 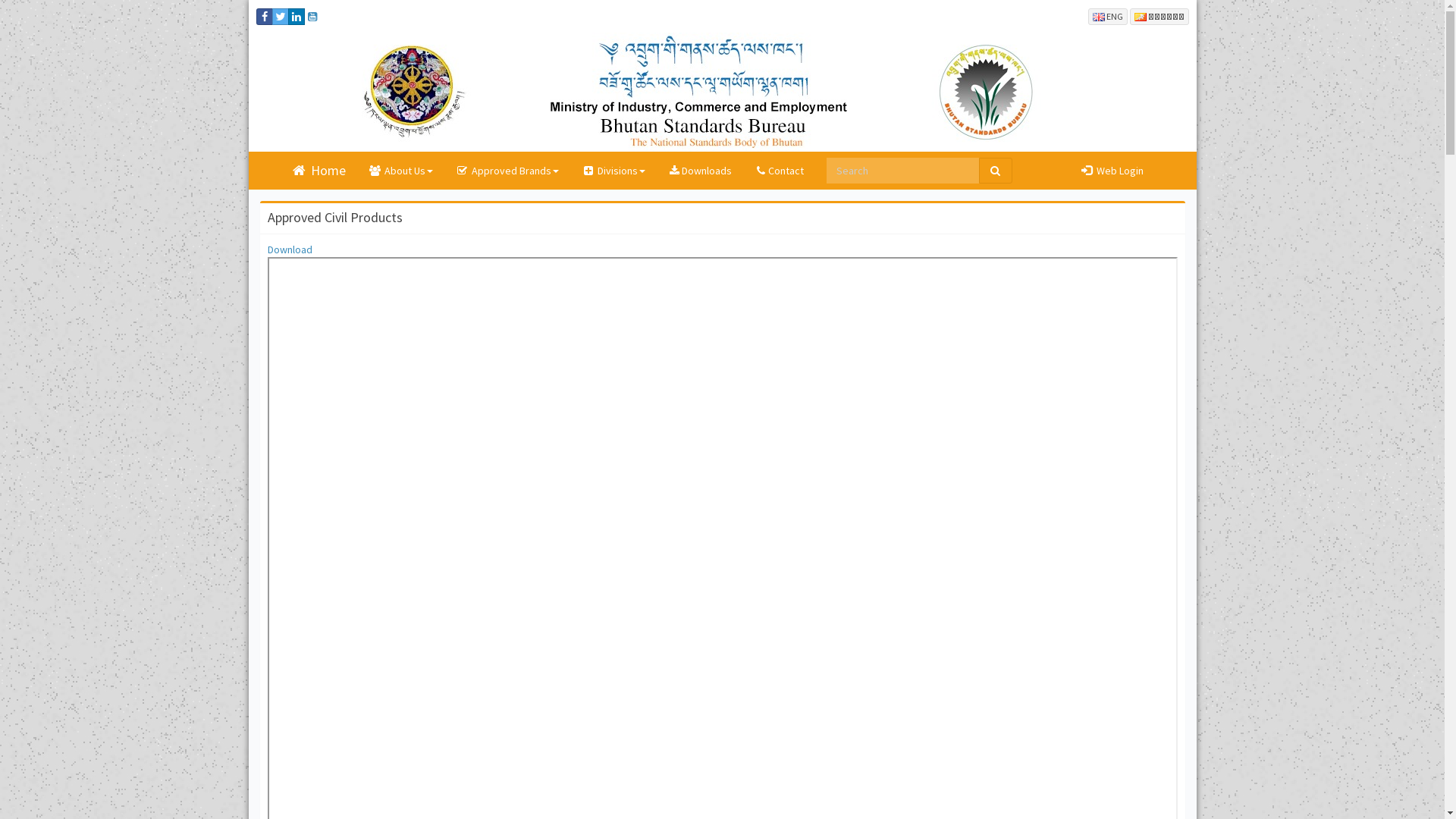 What do you see at coordinates (779, 170) in the screenshot?
I see `'Contact'` at bounding box center [779, 170].